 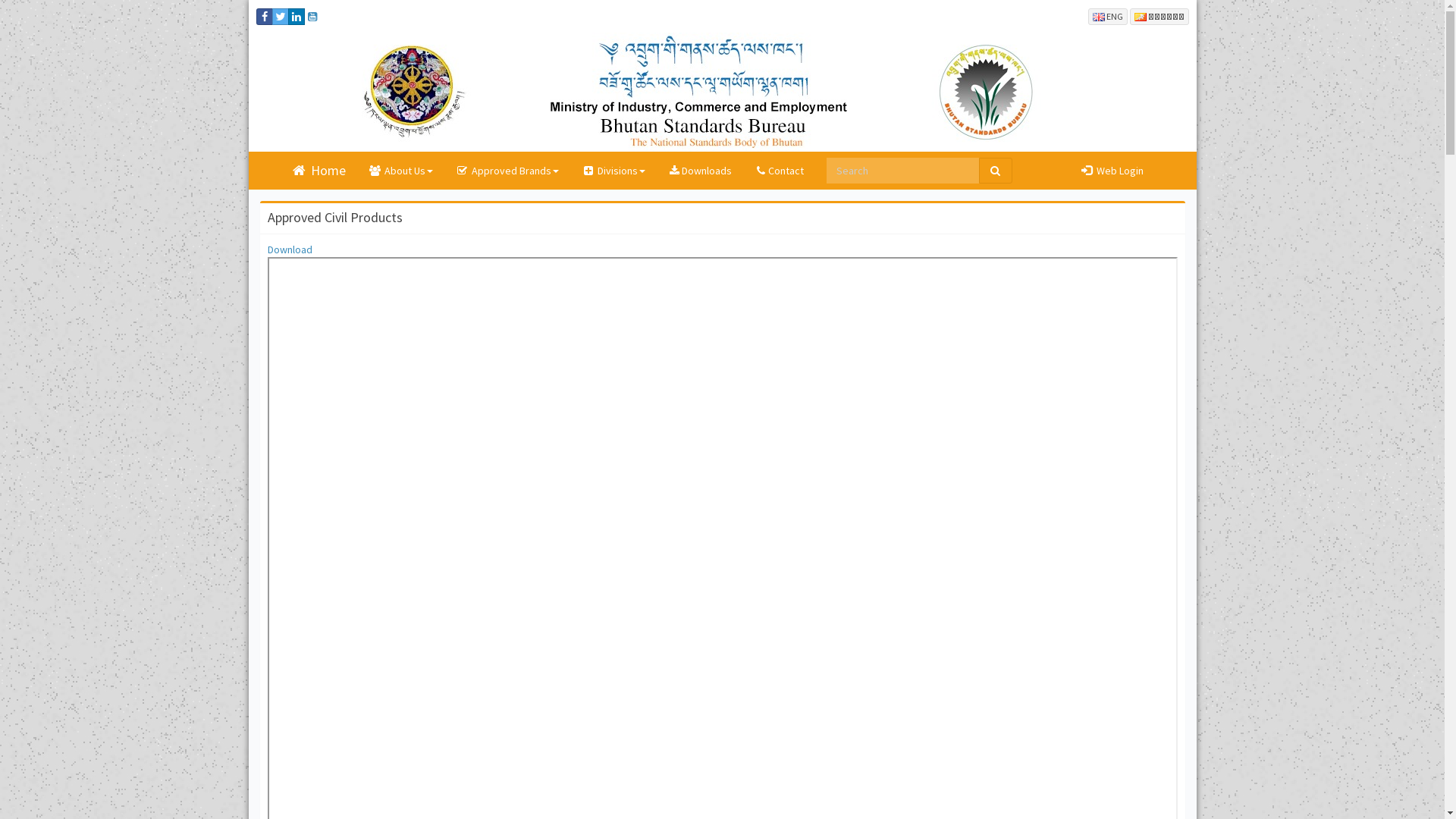 What do you see at coordinates (779, 170) in the screenshot?
I see `'Contact'` at bounding box center [779, 170].